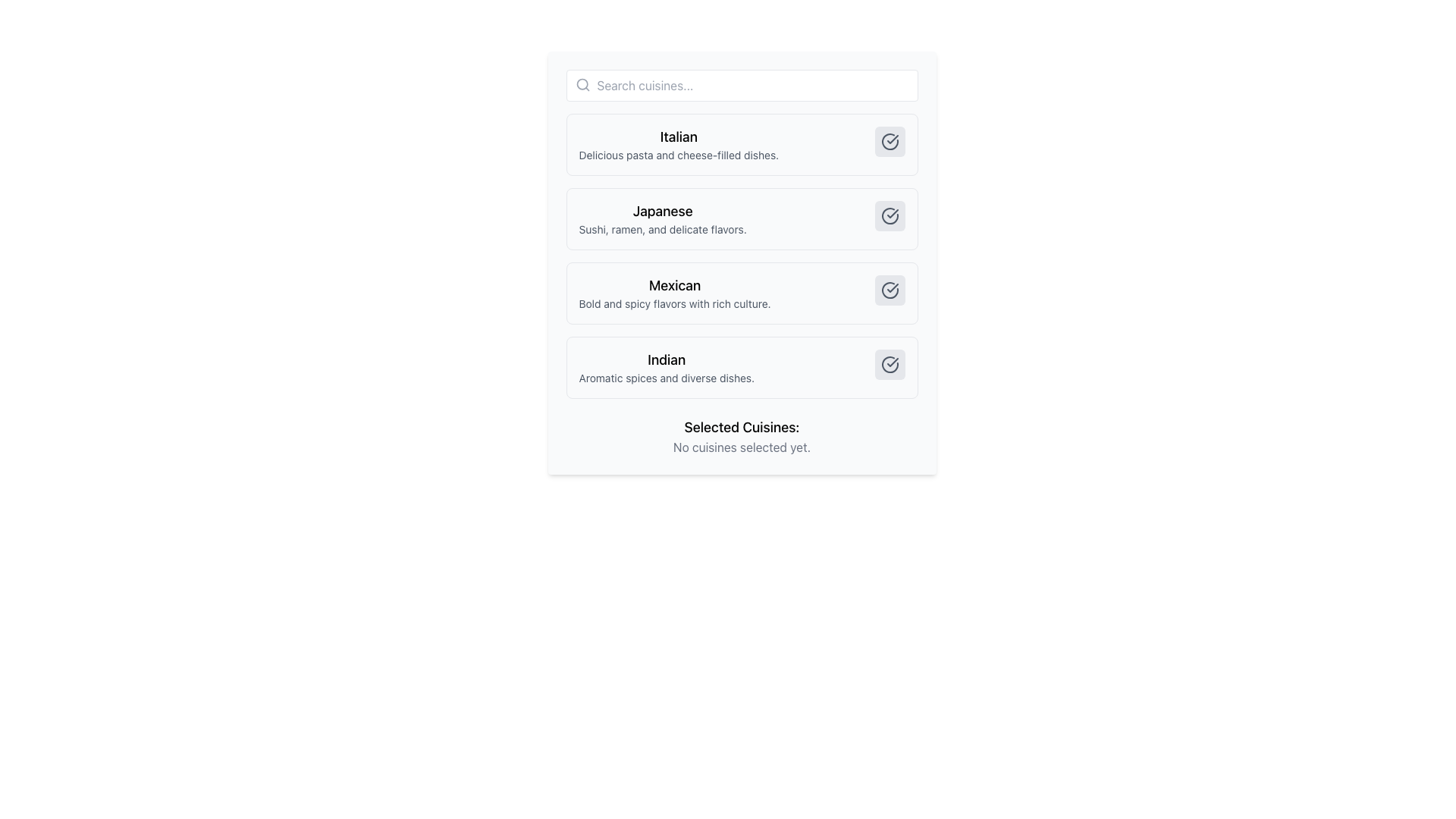 The image size is (1456, 819). I want to click on the checked-circle icon located to the right of the 'Mexican' cuisine option, so click(890, 290).